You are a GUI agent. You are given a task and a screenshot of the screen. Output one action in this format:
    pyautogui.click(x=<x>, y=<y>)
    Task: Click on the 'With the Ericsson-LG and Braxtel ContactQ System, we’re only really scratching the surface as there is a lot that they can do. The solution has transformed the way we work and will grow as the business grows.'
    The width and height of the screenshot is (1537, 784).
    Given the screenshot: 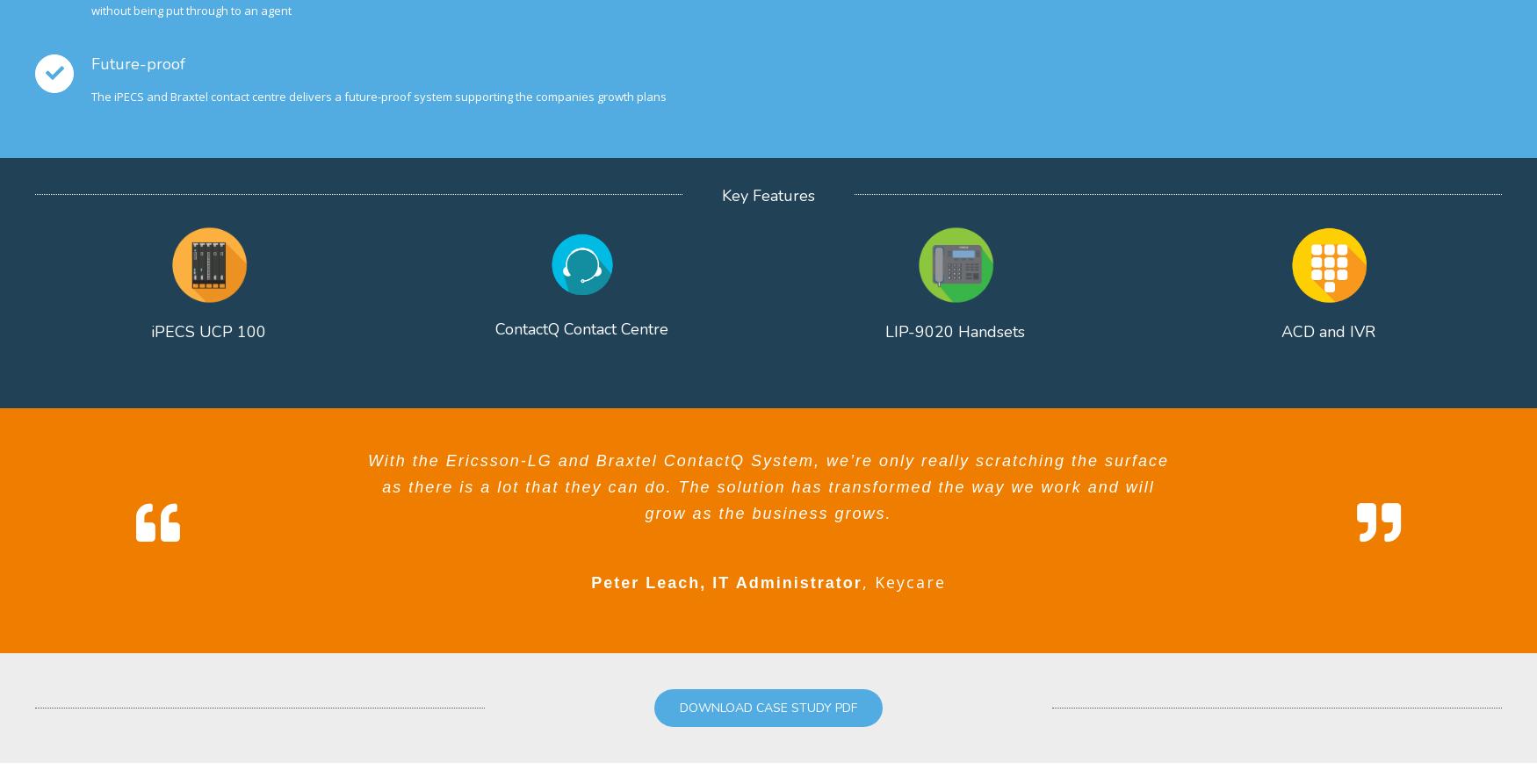 What is the action you would take?
    pyautogui.click(x=768, y=486)
    